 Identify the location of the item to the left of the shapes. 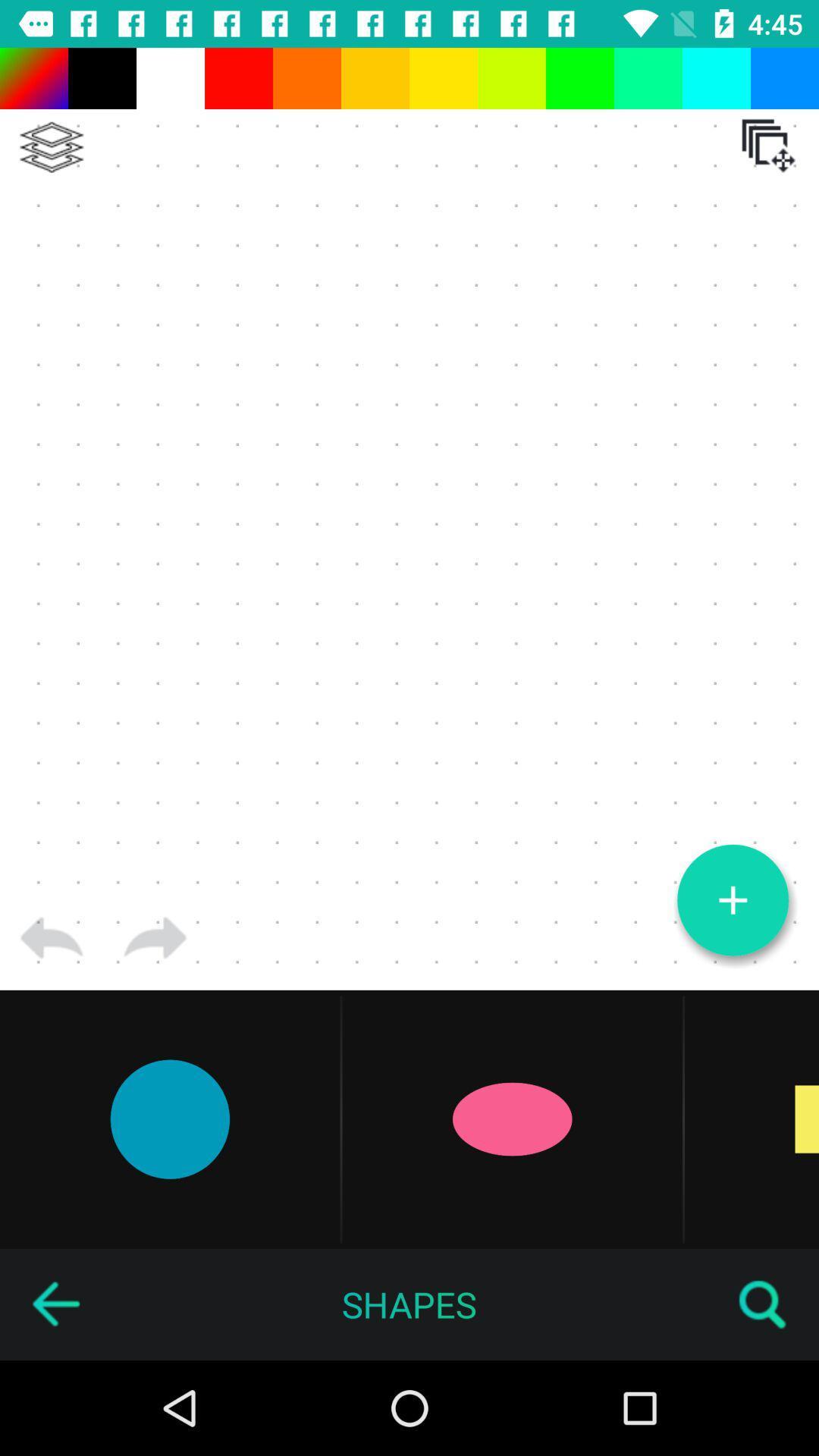
(55, 1304).